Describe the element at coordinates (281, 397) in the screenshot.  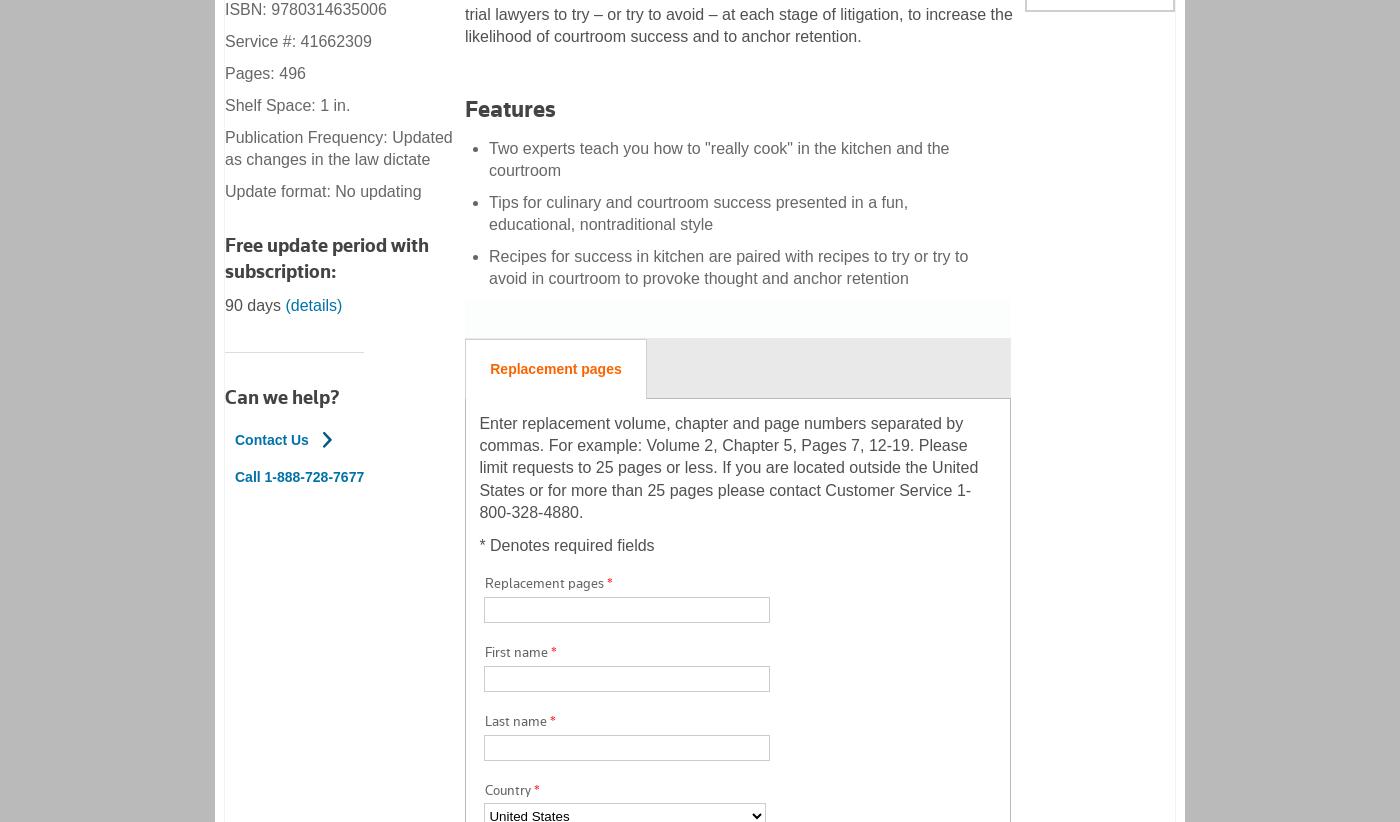
I see `'Can we help?'` at that location.